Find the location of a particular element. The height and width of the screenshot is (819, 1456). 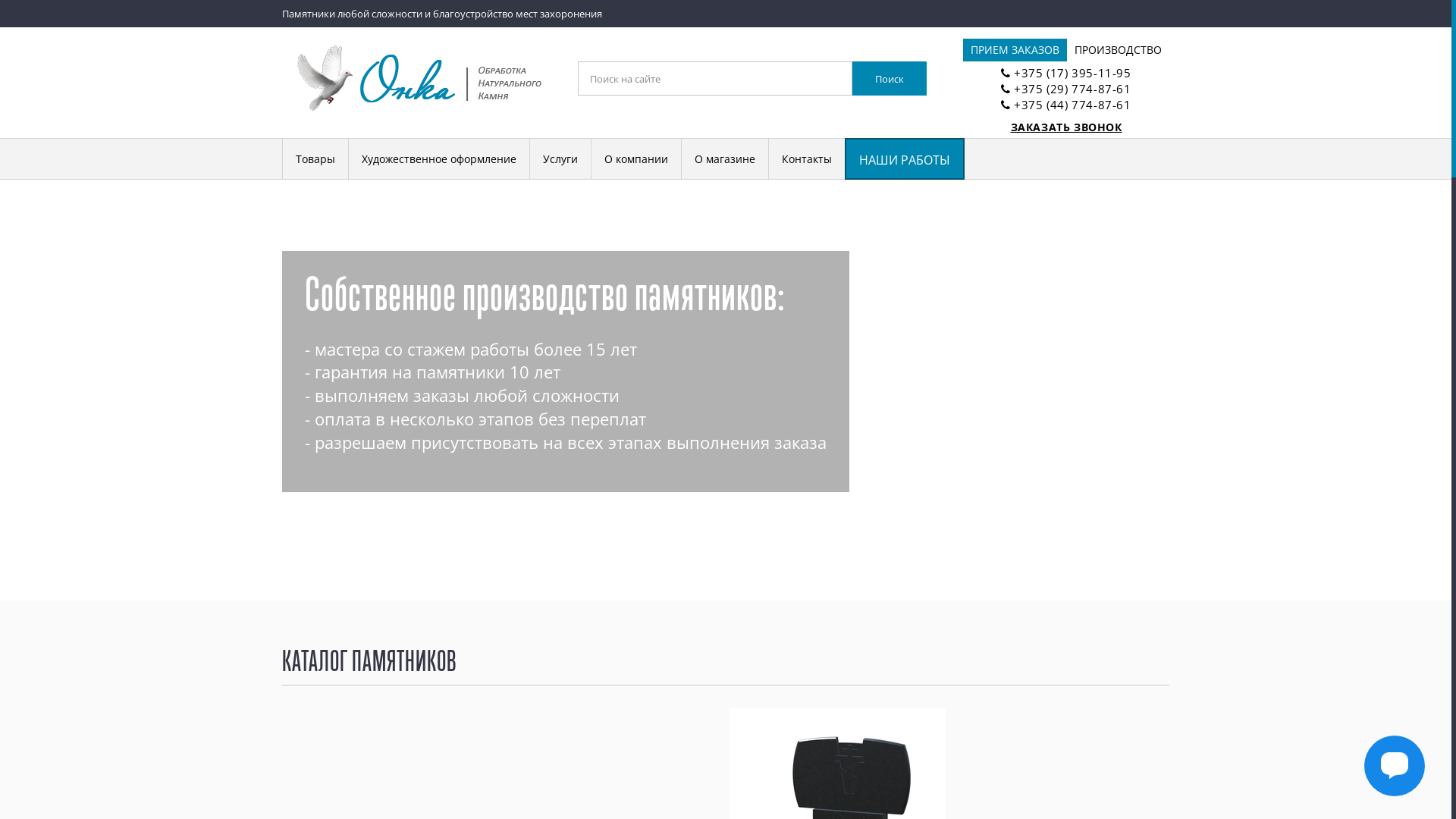

'+375 (17) 395-11-95' is located at coordinates (1072, 73).